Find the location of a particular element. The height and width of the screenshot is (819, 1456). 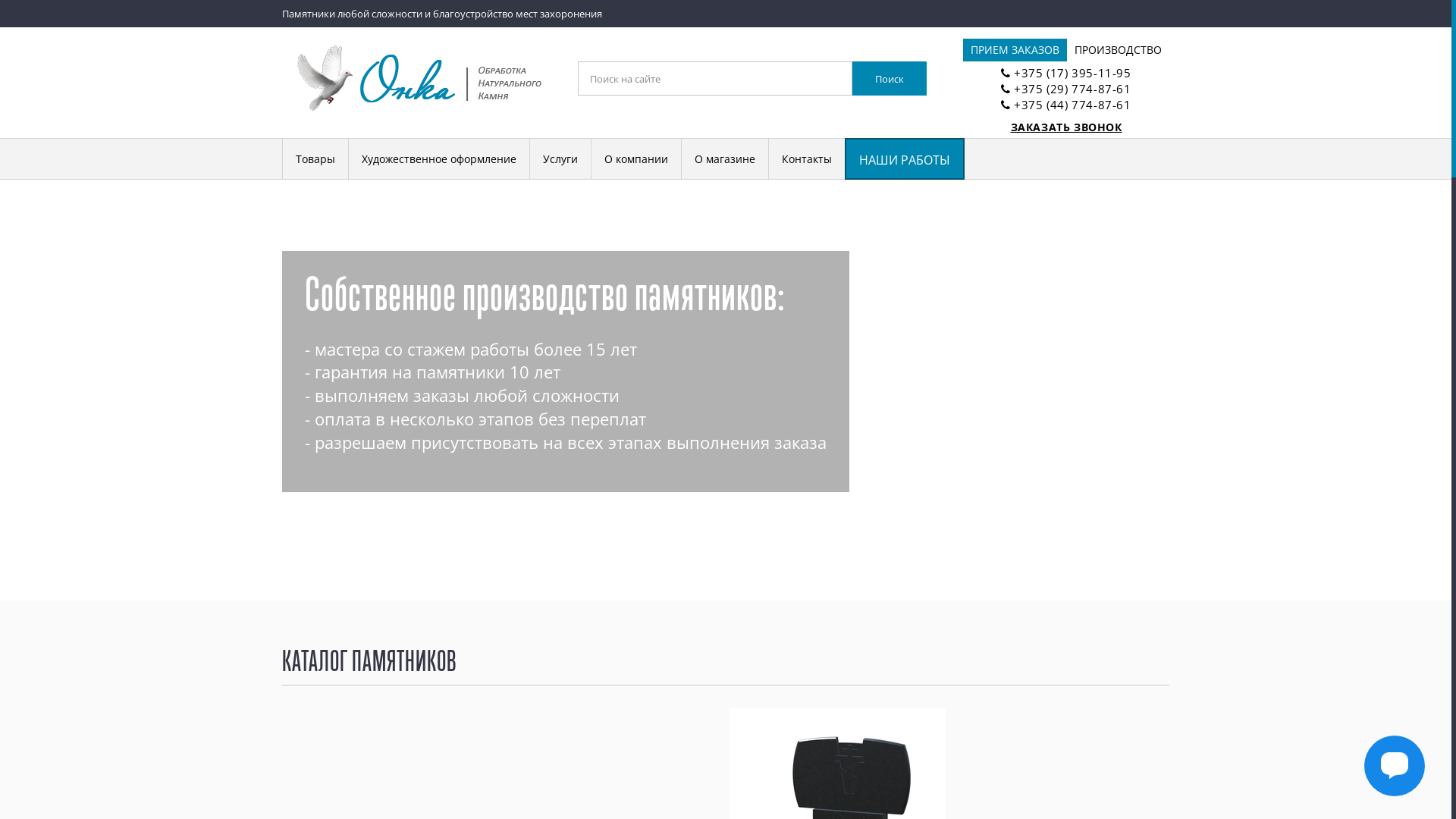

'+375 (17) 395-11-95' is located at coordinates (1072, 73).